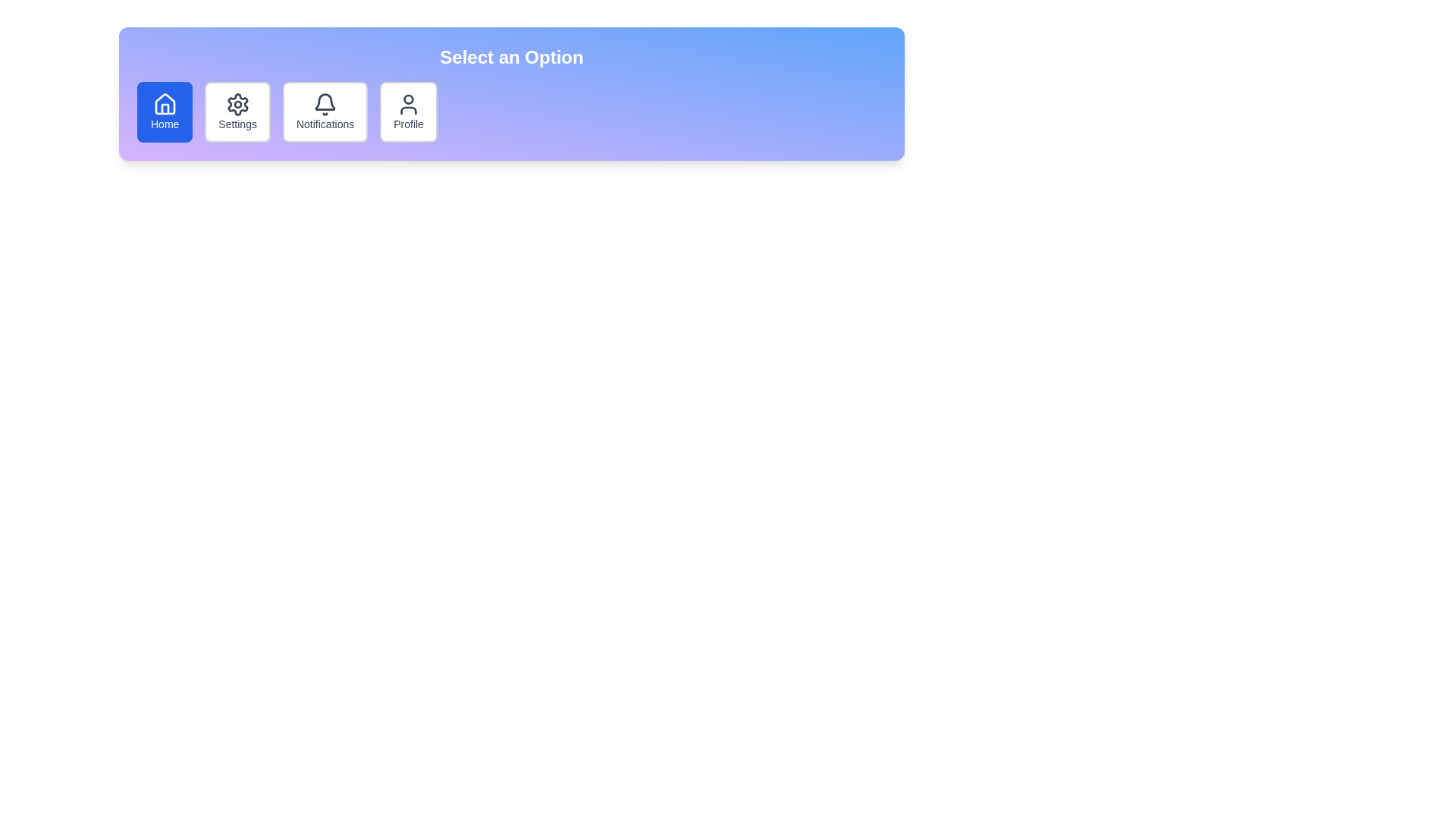 This screenshot has height=819, width=1456. Describe the element at coordinates (409, 111) in the screenshot. I see `the fourth button in the horizontal series` at that location.